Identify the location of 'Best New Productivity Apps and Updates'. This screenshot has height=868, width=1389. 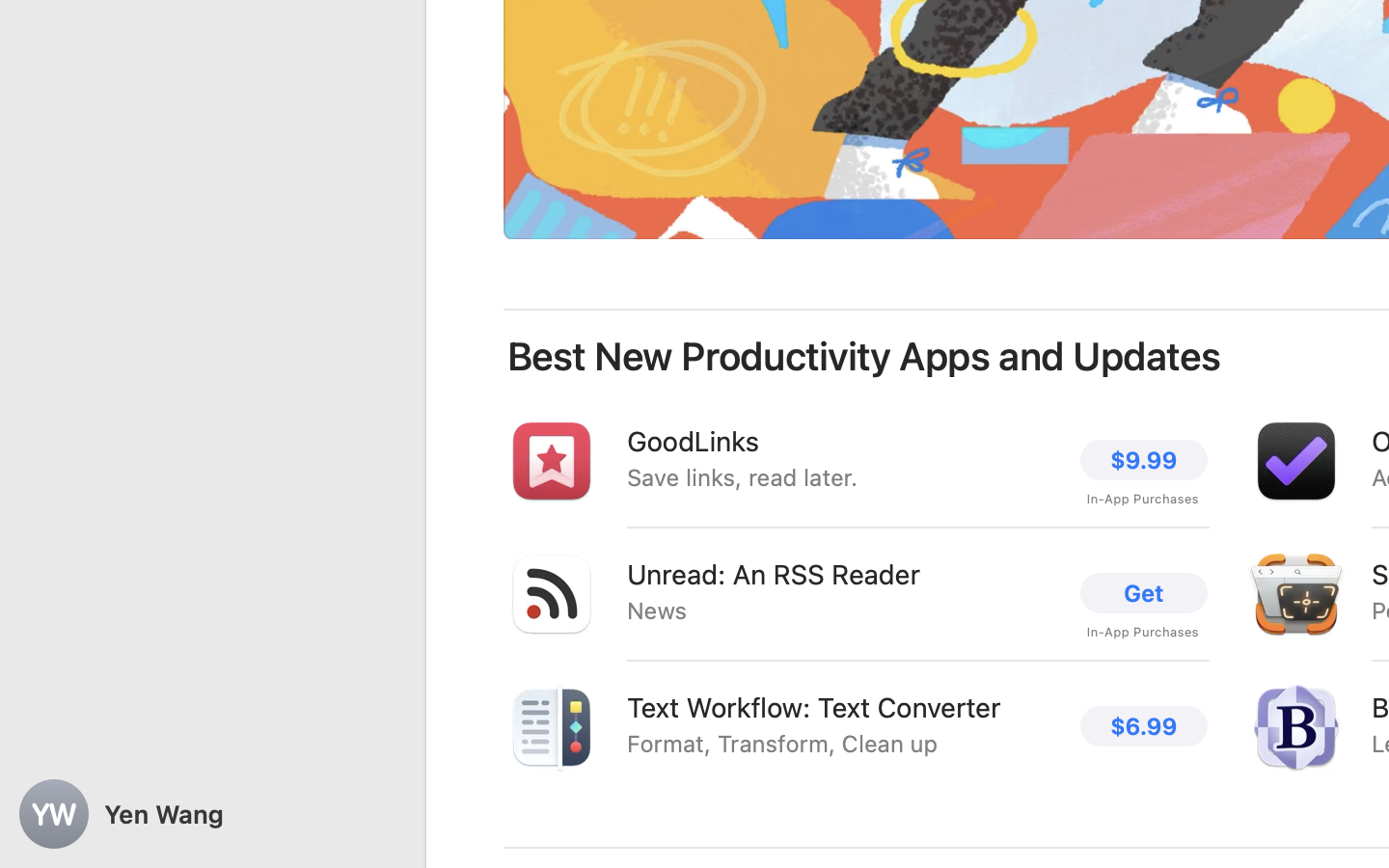
(862, 356).